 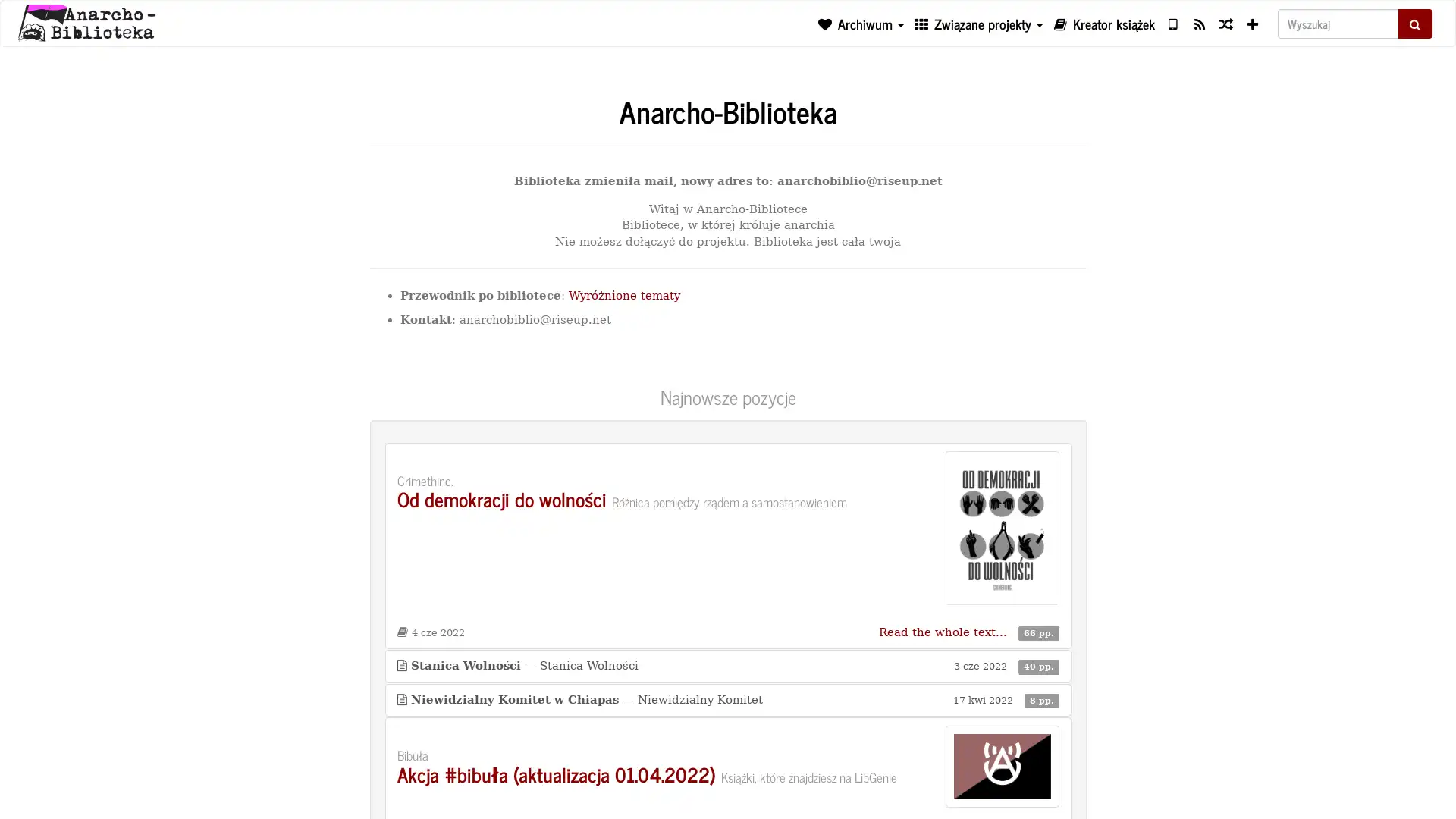 I want to click on Wyszukaj, so click(x=1414, y=23).